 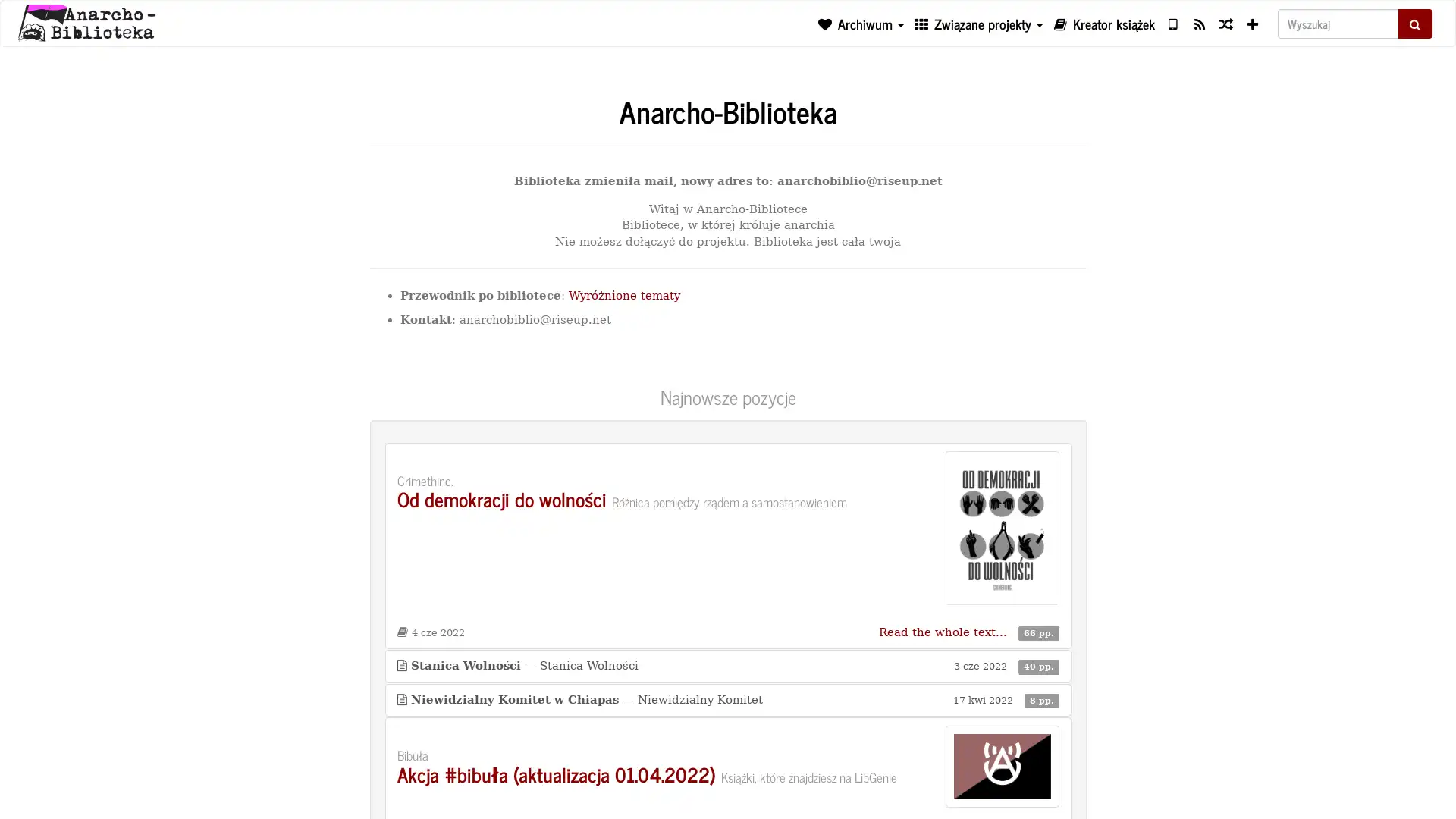 I want to click on Wyszukaj, so click(x=1414, y=23).